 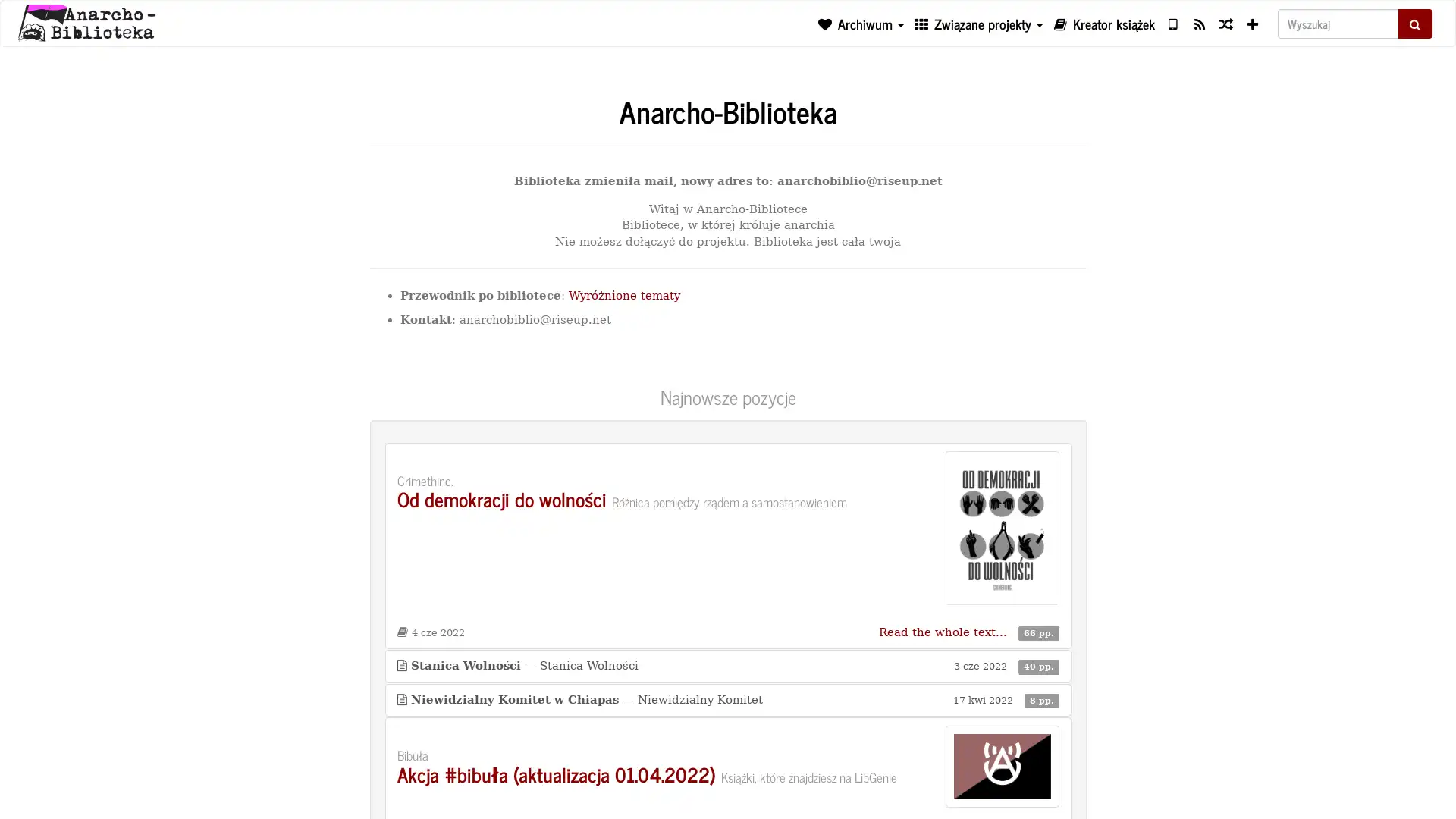 I want to click on Wyszukaj, so click(x=1414, y=23).